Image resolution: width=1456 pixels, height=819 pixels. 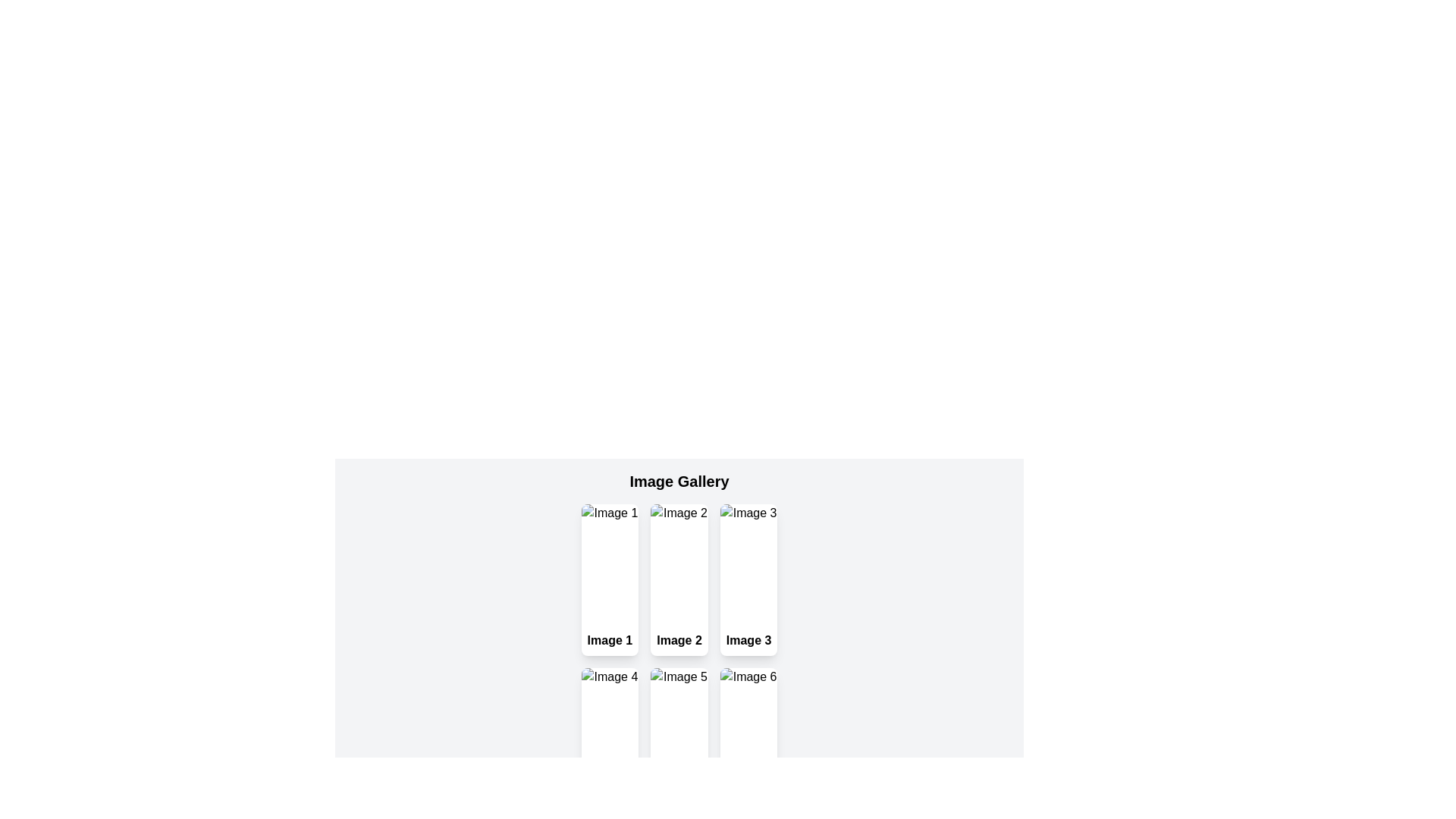 What do you see at coordinates (679, 640) in the screenshot?
I see `the bold text label displaying 'Image 2', which is centered below the thumbnail image for 'Image 2' in the gallery layout` at bounding box center [679, 640].